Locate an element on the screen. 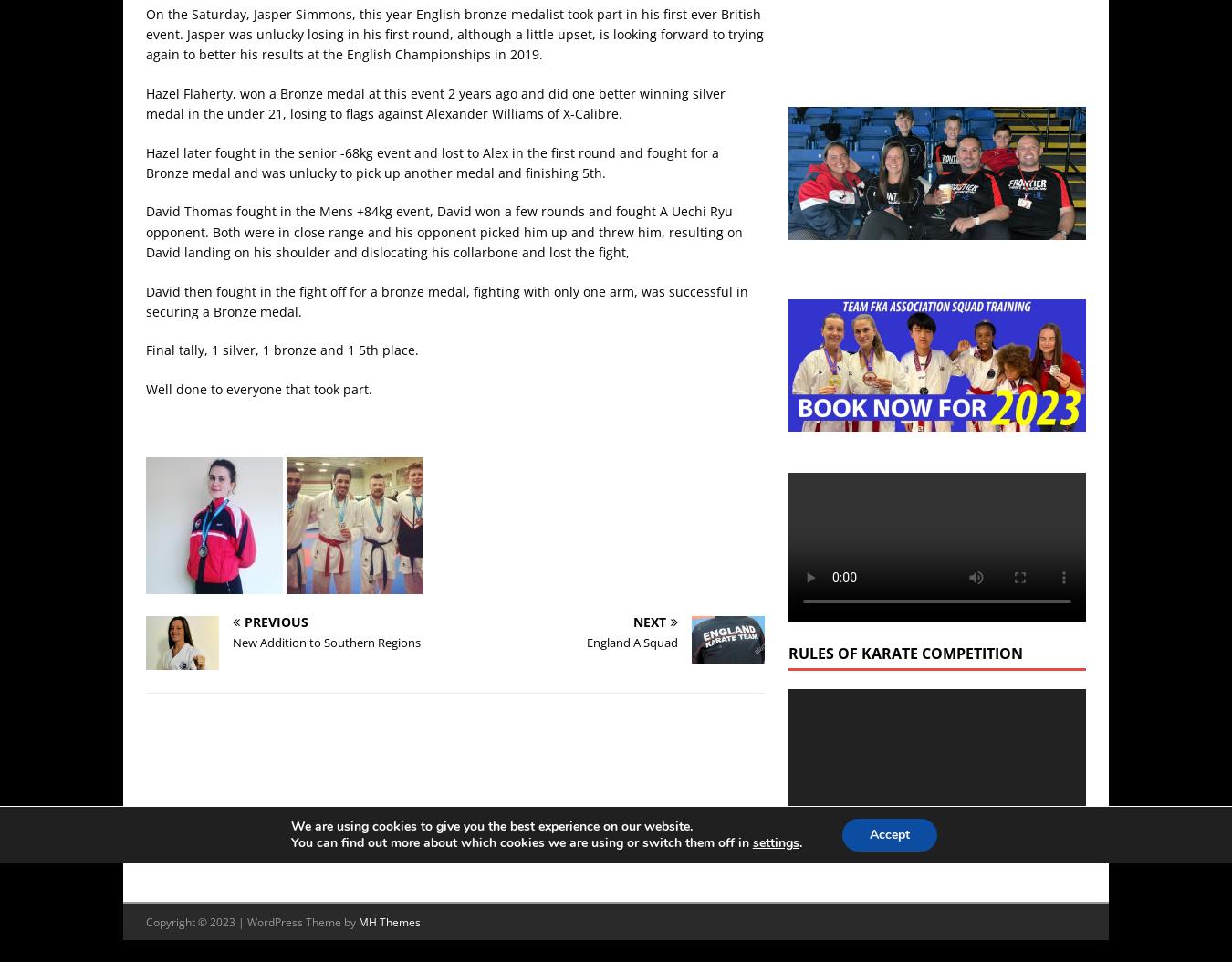 Image resolution: width=1232 pixels, height=962 pixels. 'England A Squad' is located at coordinates (631, 641).